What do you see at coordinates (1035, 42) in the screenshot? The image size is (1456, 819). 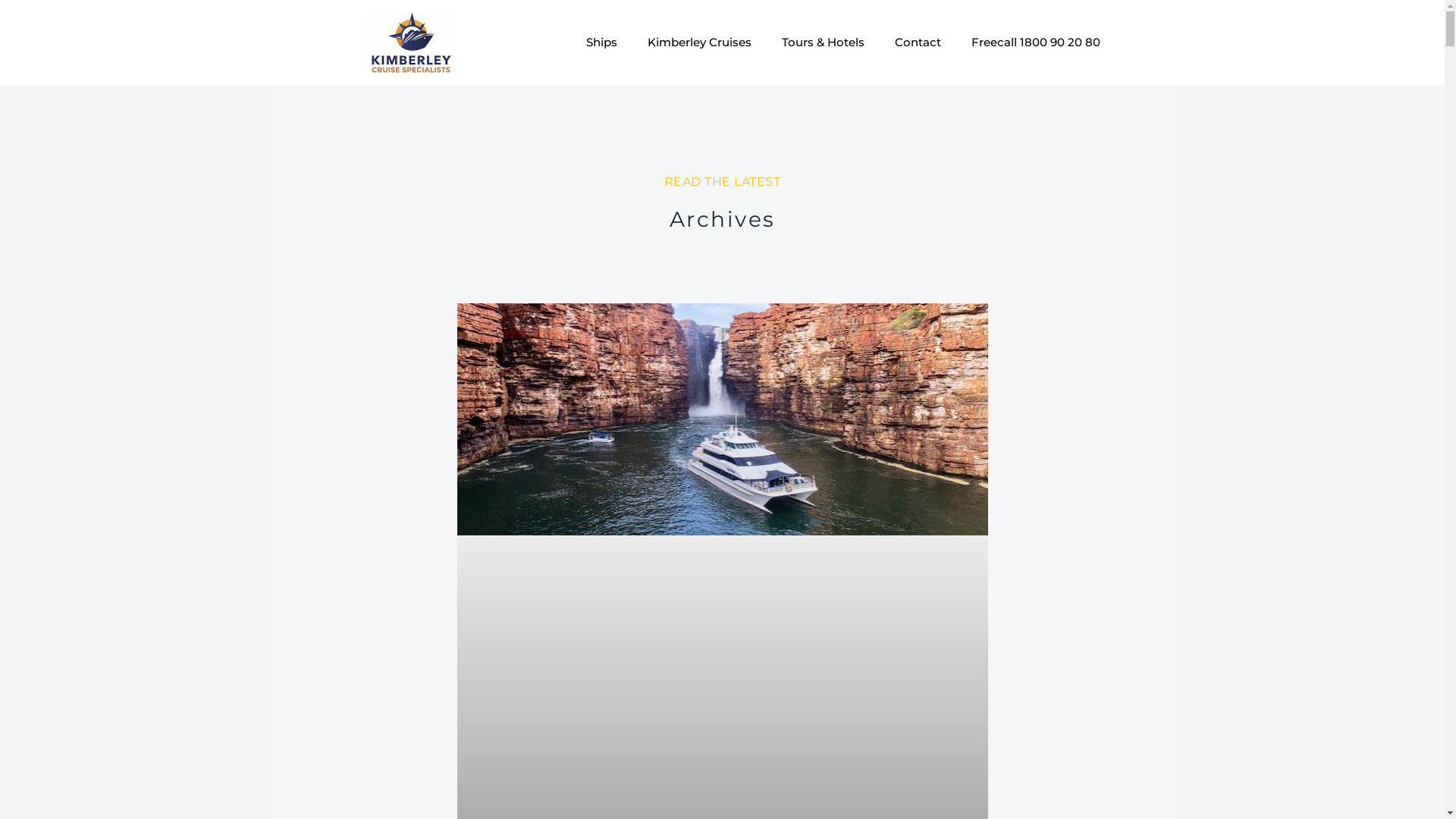 I see `'Freecall 1800 90 20 80'` at bounding box center [1035, 42].